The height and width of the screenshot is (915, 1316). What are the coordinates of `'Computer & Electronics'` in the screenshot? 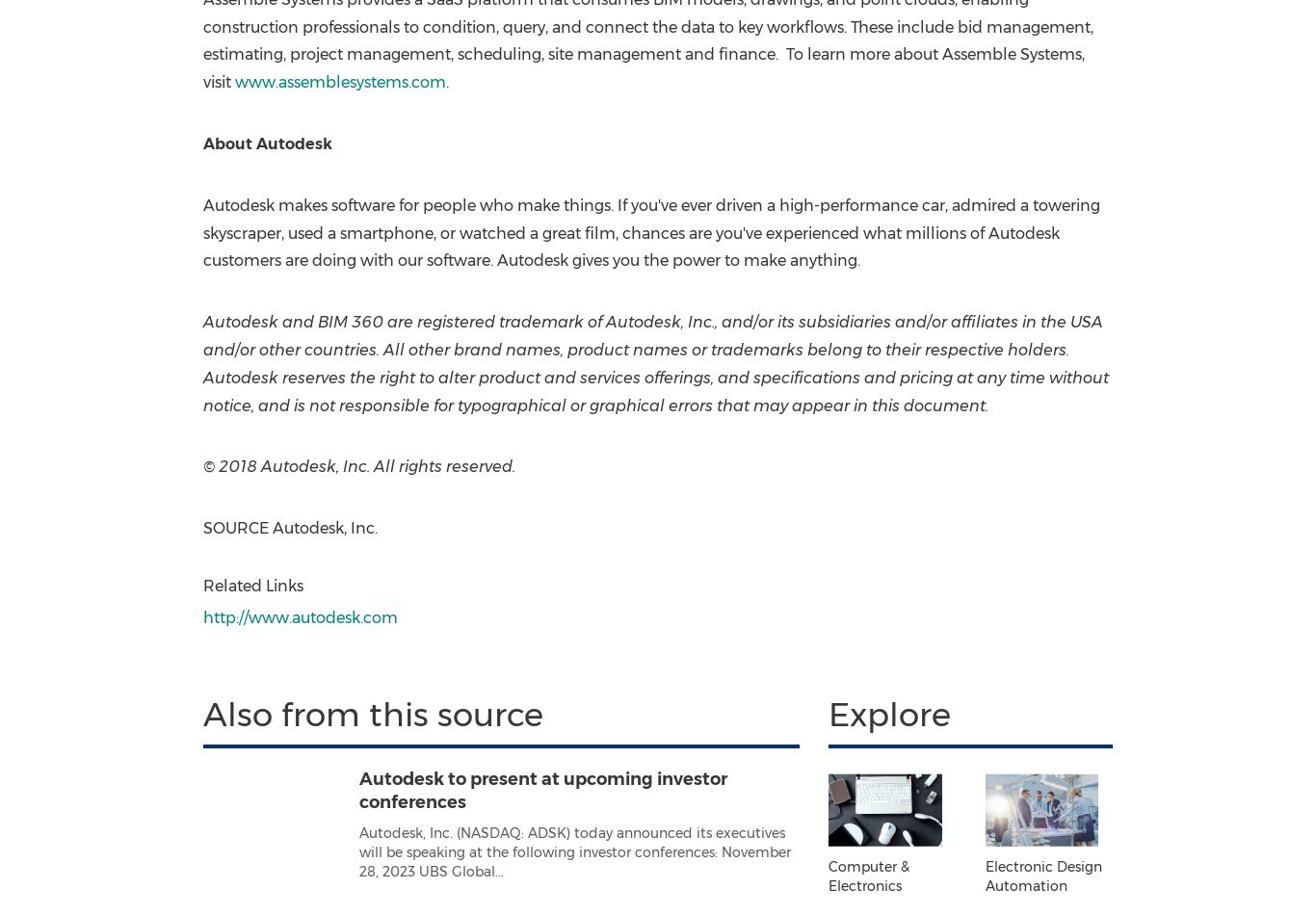 It's located at (867, 876).